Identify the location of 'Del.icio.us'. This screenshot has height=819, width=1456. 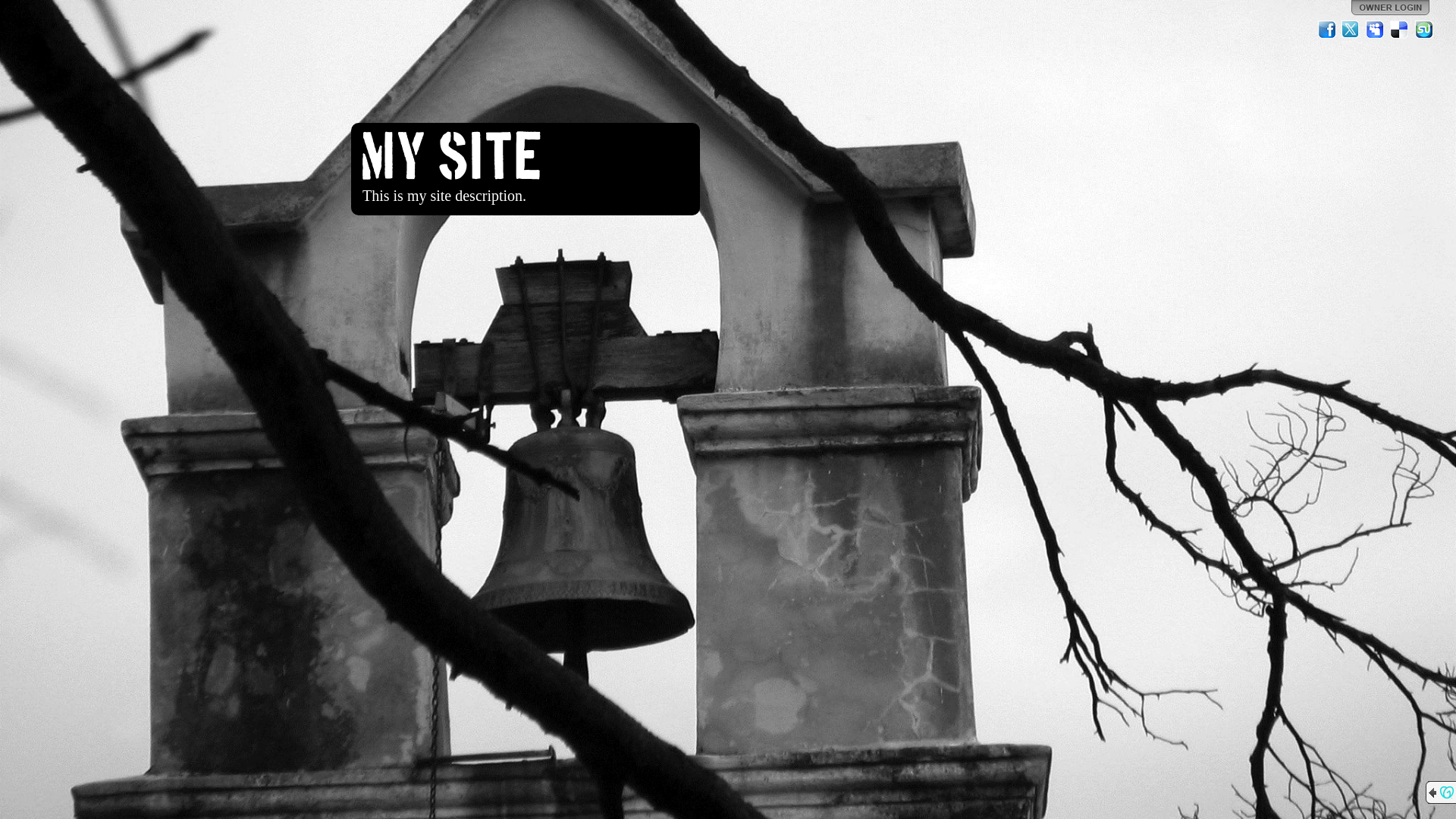
(1399, 29).